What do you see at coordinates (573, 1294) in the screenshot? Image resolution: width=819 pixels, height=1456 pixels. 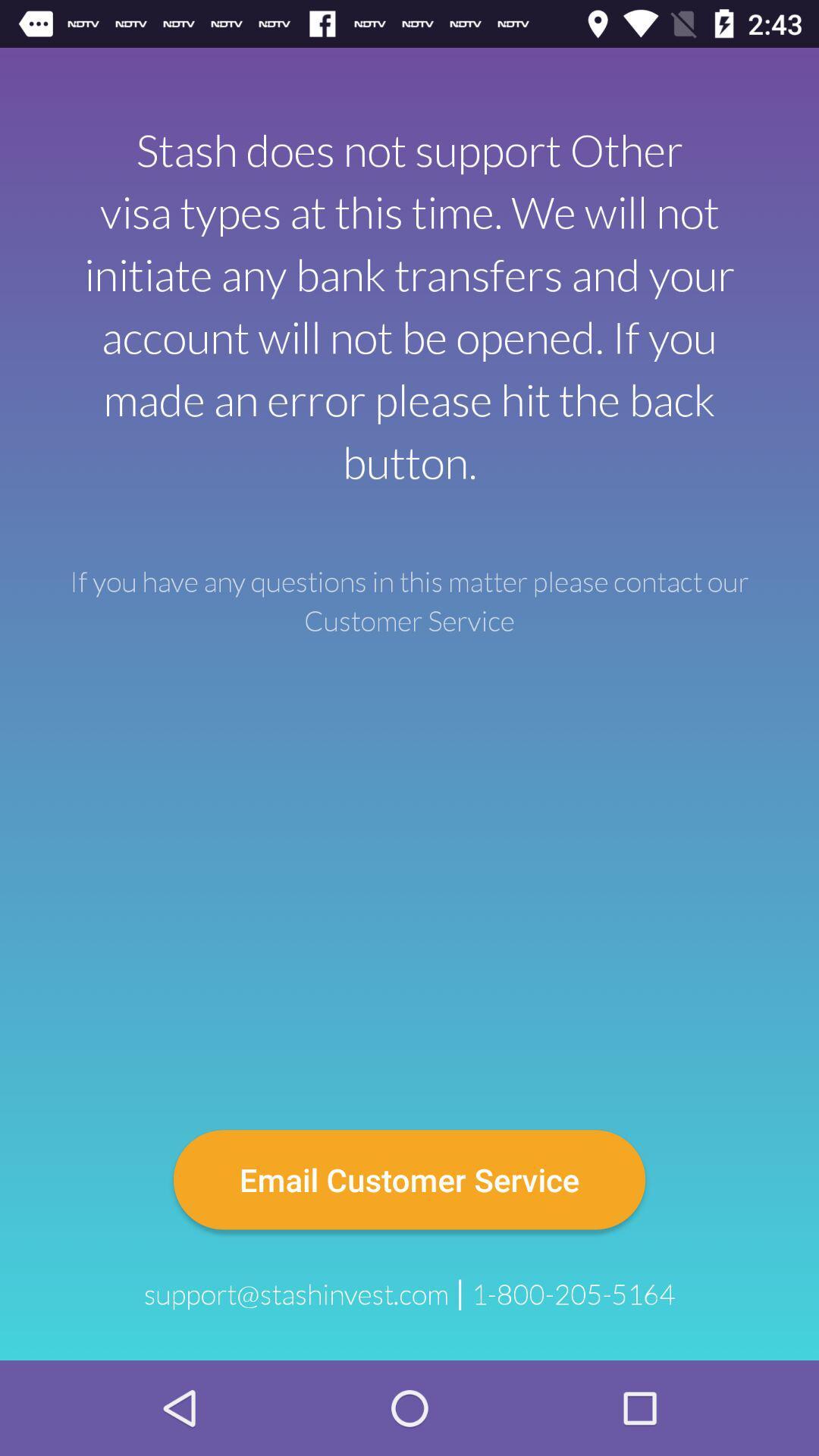 I see `icon at the bottom right corner` at bounding box center [573, 1294].